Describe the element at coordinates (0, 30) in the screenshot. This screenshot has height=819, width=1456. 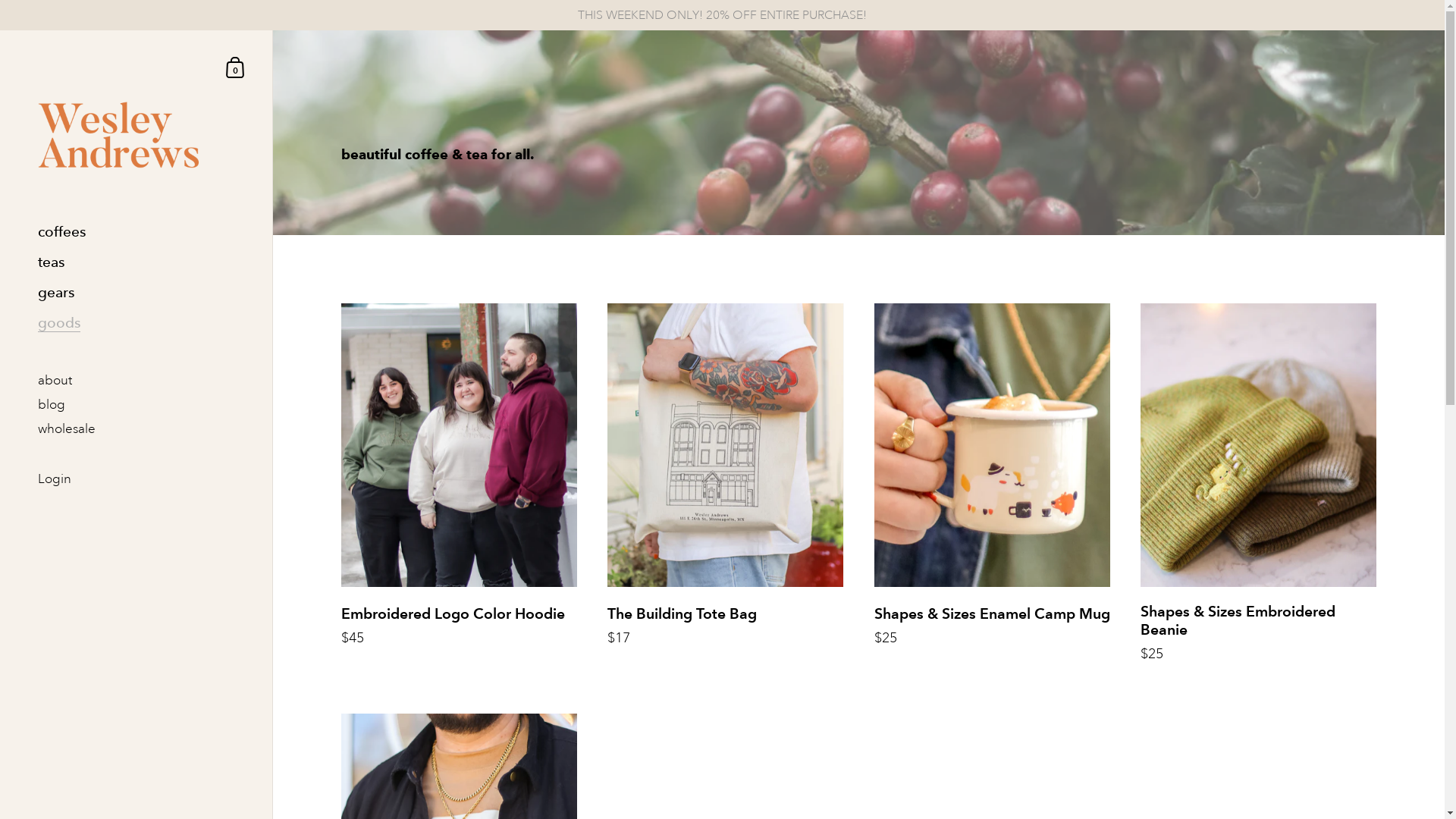
I see `'Skip to content'` at that location.